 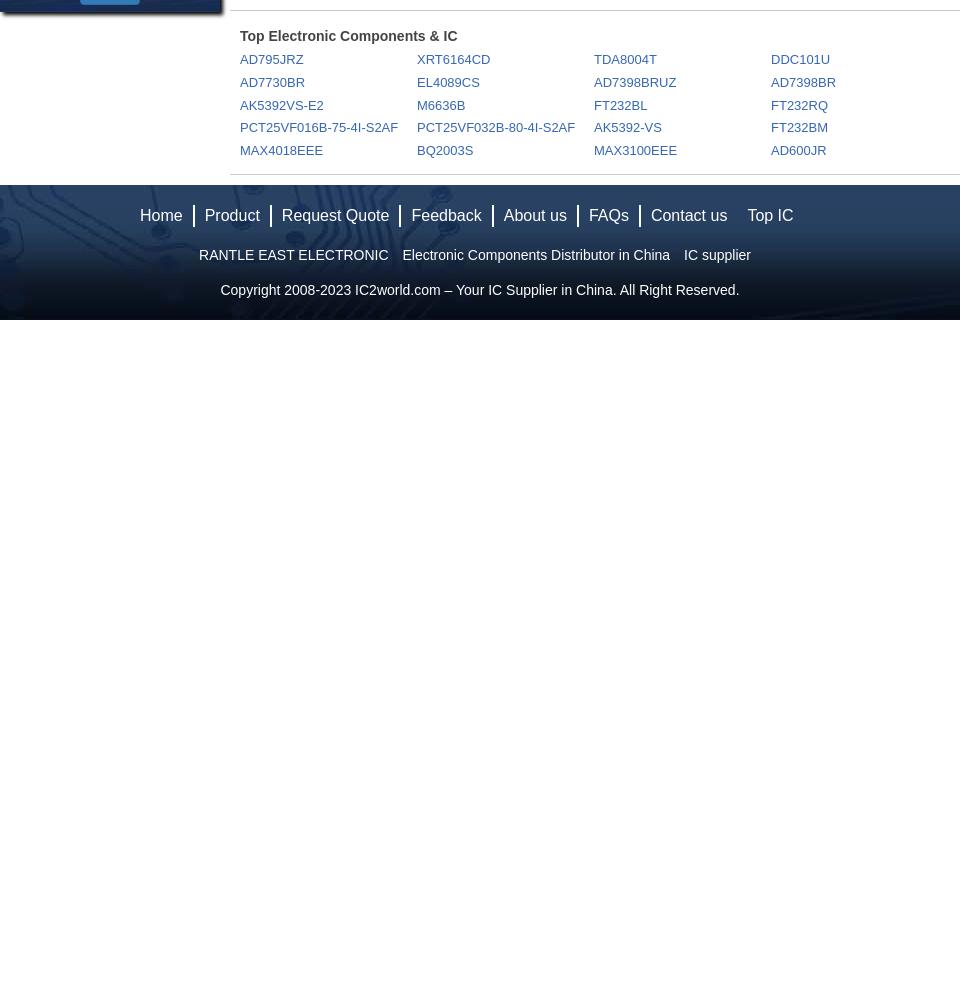 What do you see at coordinates (502, 214) in the screenshot?
I see `'About us'` at bounding box center [502, 214].